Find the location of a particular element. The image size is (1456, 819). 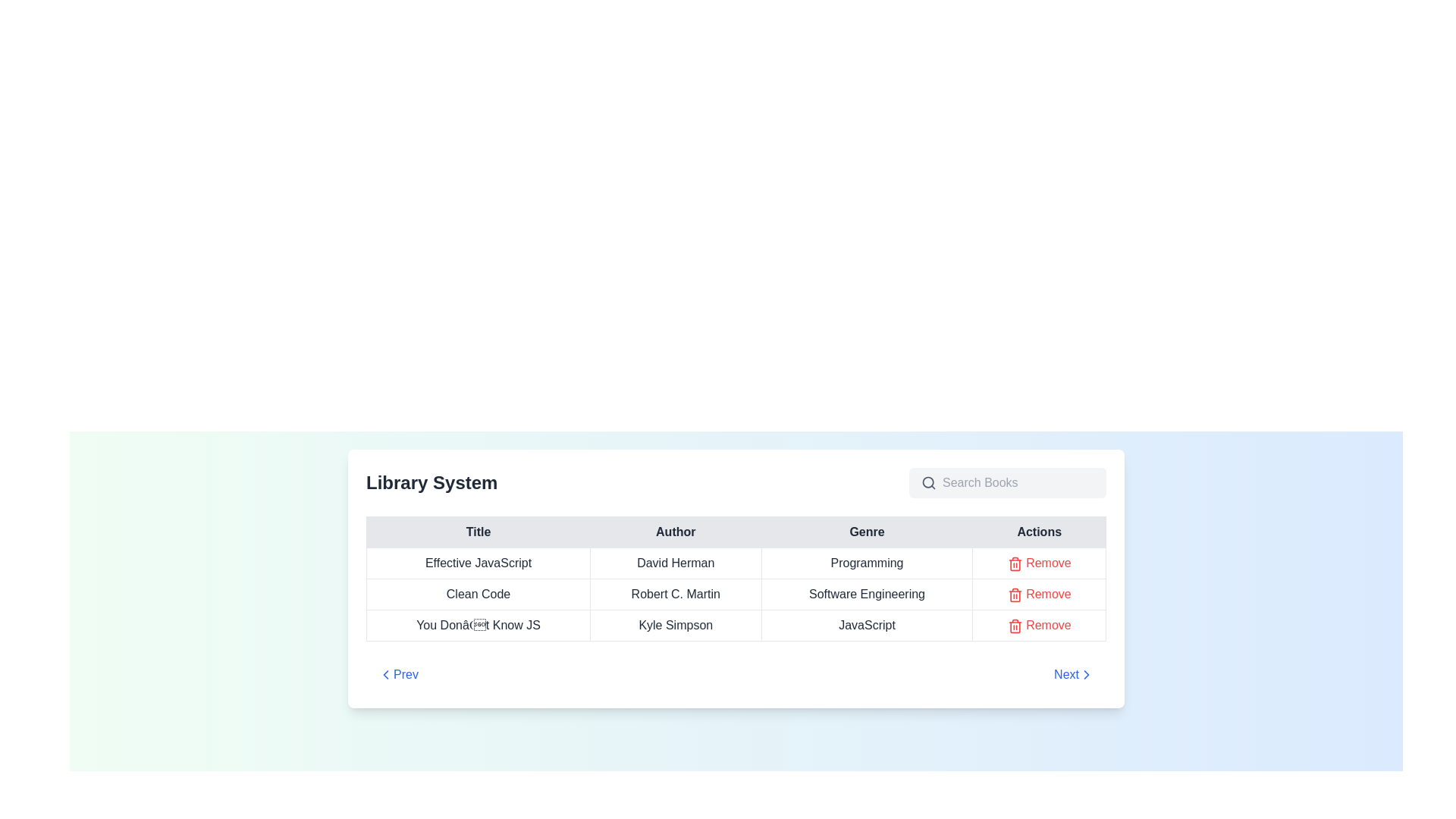

the graphical arrow icon located to the right of the 'Next' button in the pagination control is located at coordinates (1086, 674).